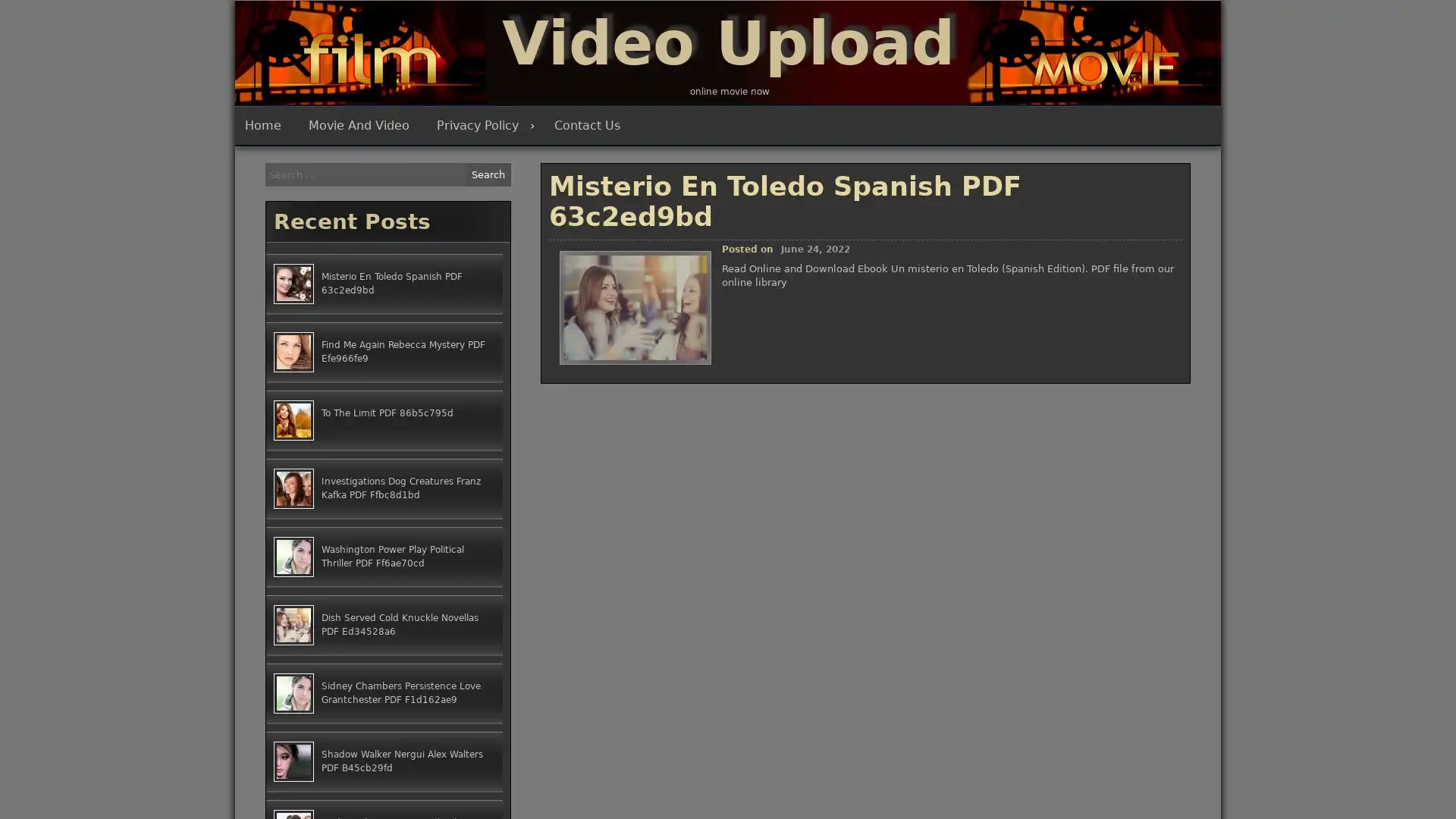 This screenshot has width=1456, height=819. I want to click on Search, so click(488, 174).